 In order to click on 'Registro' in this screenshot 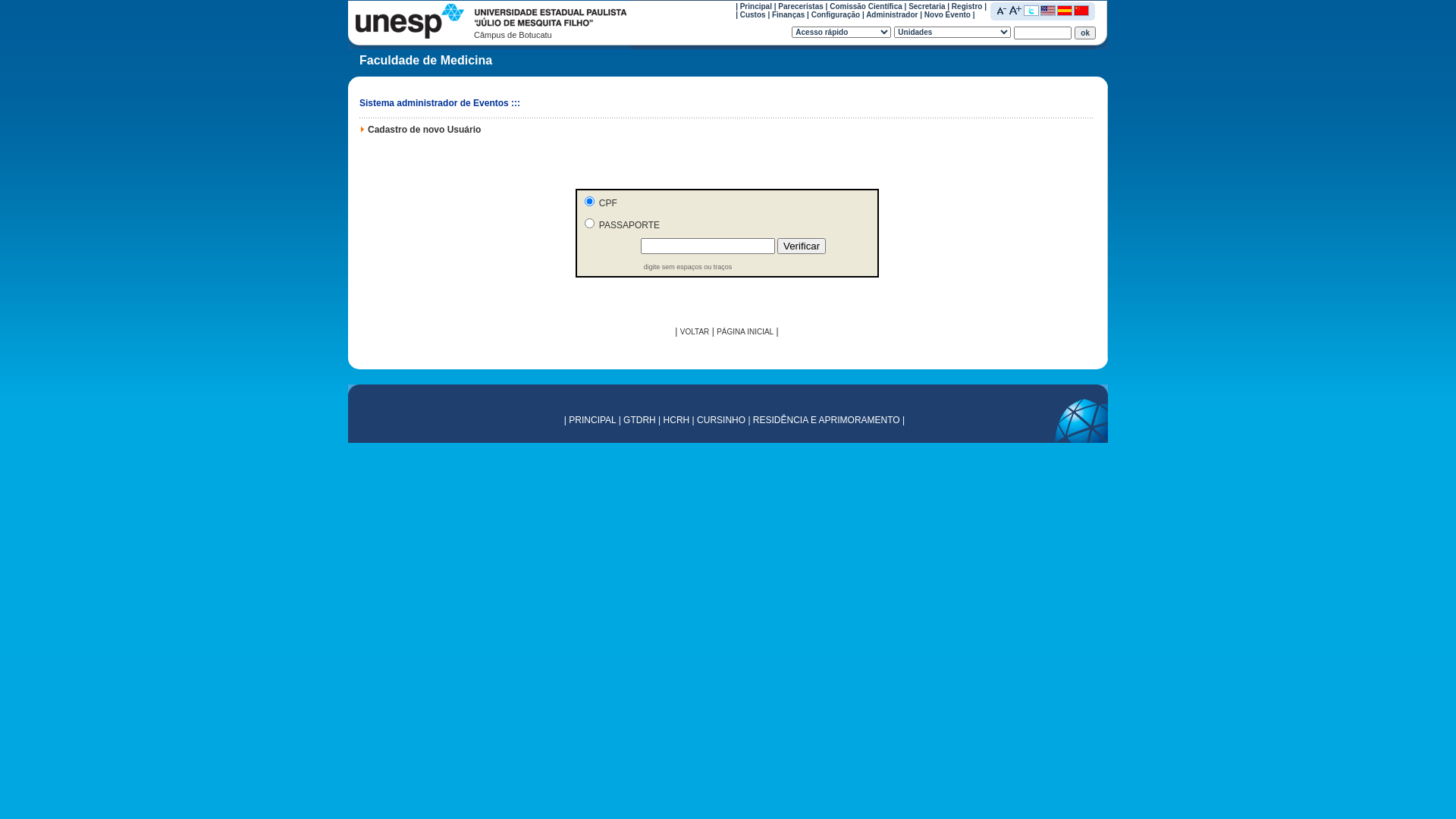, I will do `click(966, 5)`.